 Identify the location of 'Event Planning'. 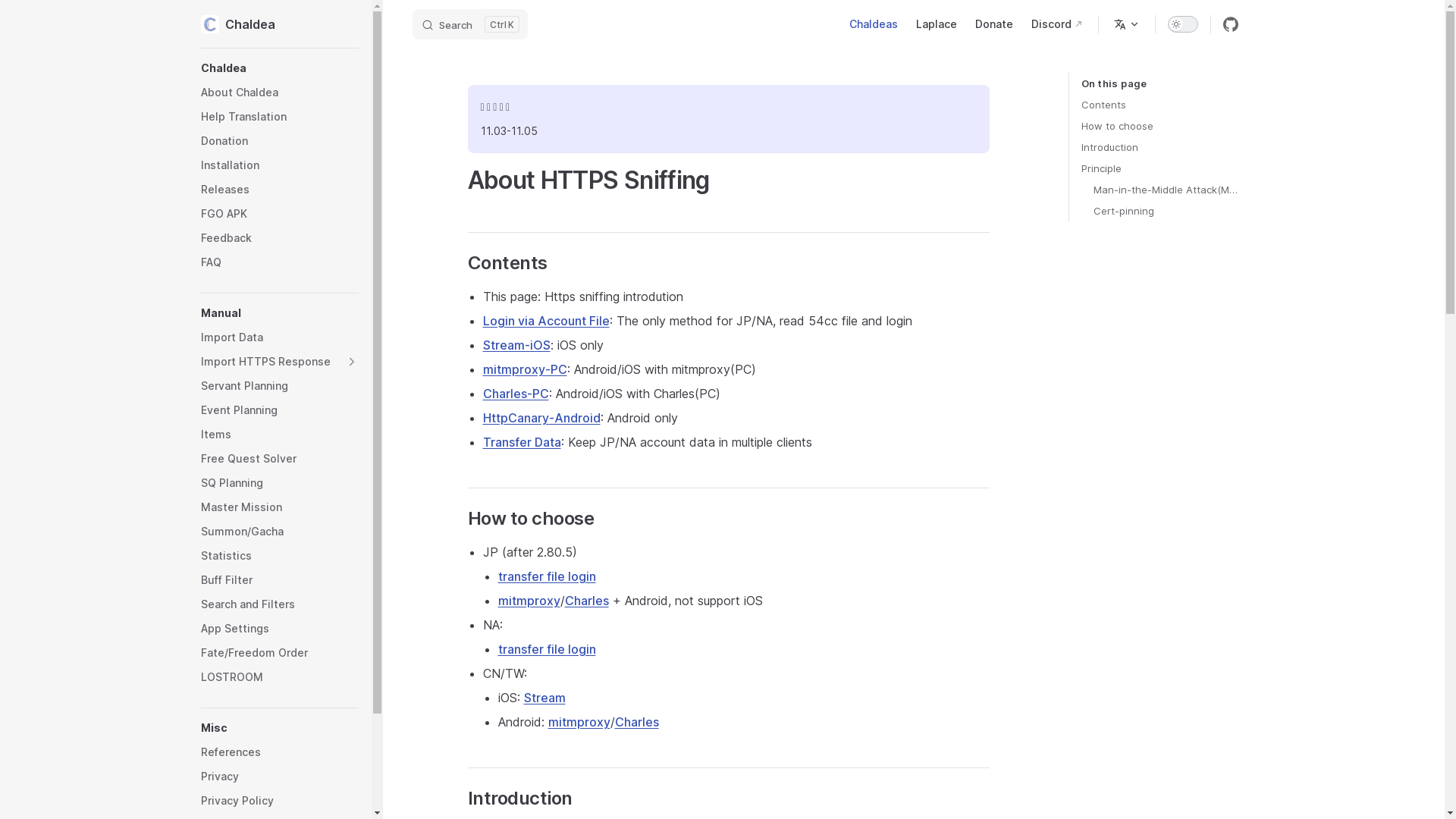
(279, 409).